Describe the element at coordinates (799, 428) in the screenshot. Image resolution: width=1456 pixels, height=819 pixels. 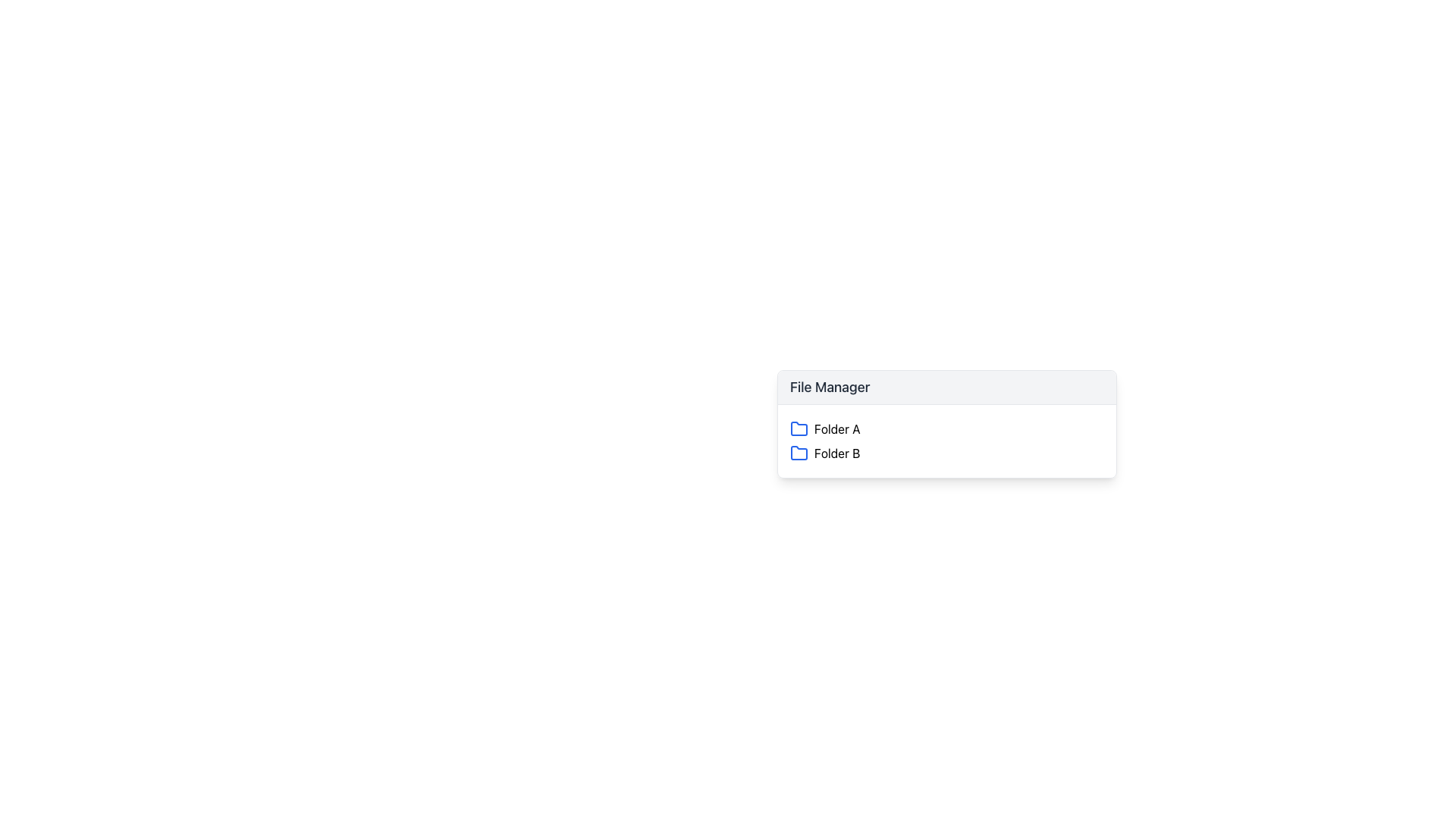
I see `the folder icon in the 'File Manager' list, which is represented in a blue-themed vector graphic style and positioned to the left of the label 'Folder A'` at that location.